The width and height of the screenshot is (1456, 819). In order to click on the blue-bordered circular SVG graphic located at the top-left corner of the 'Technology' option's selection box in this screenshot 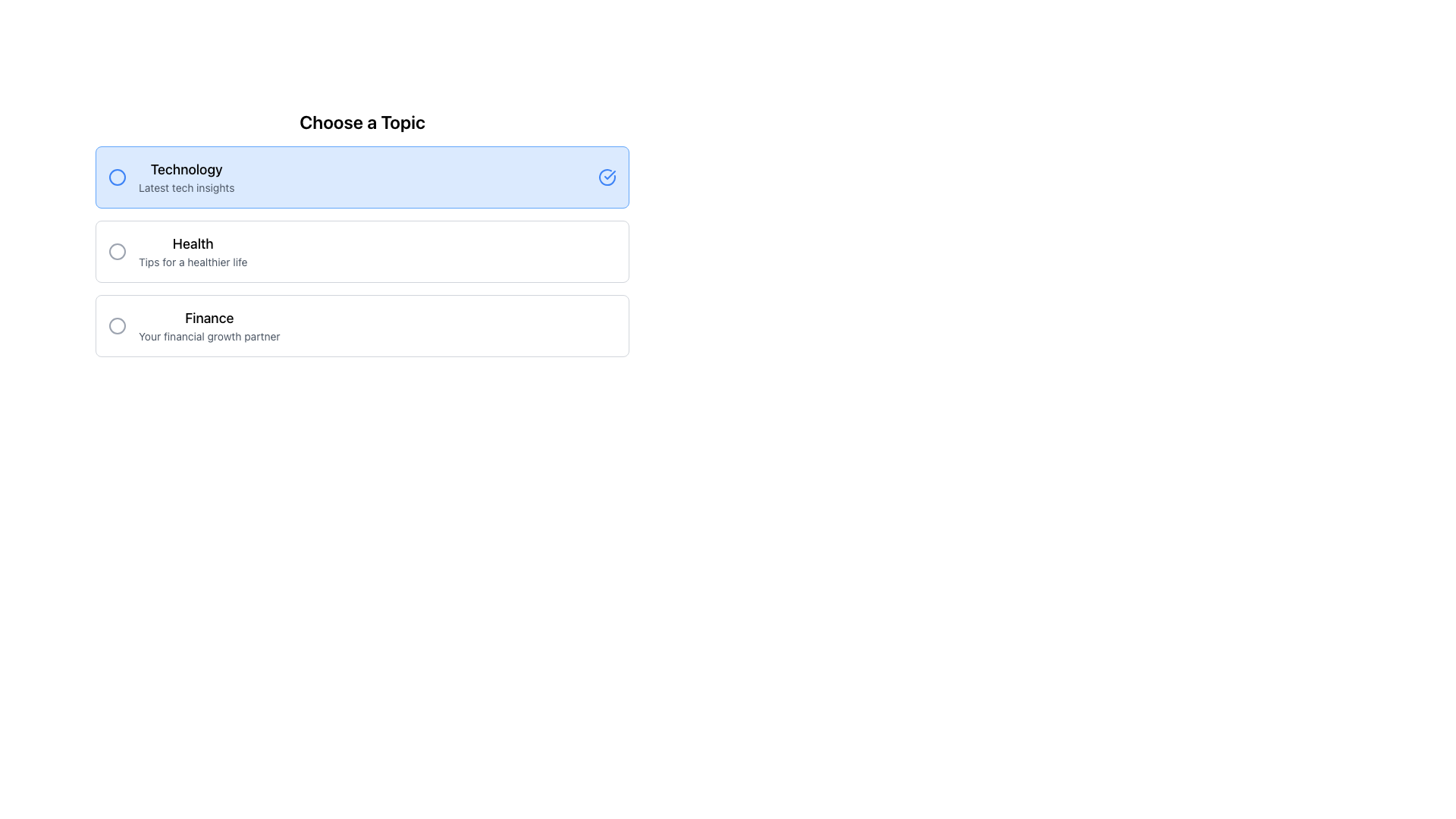, I will do `click(116, 177)`.